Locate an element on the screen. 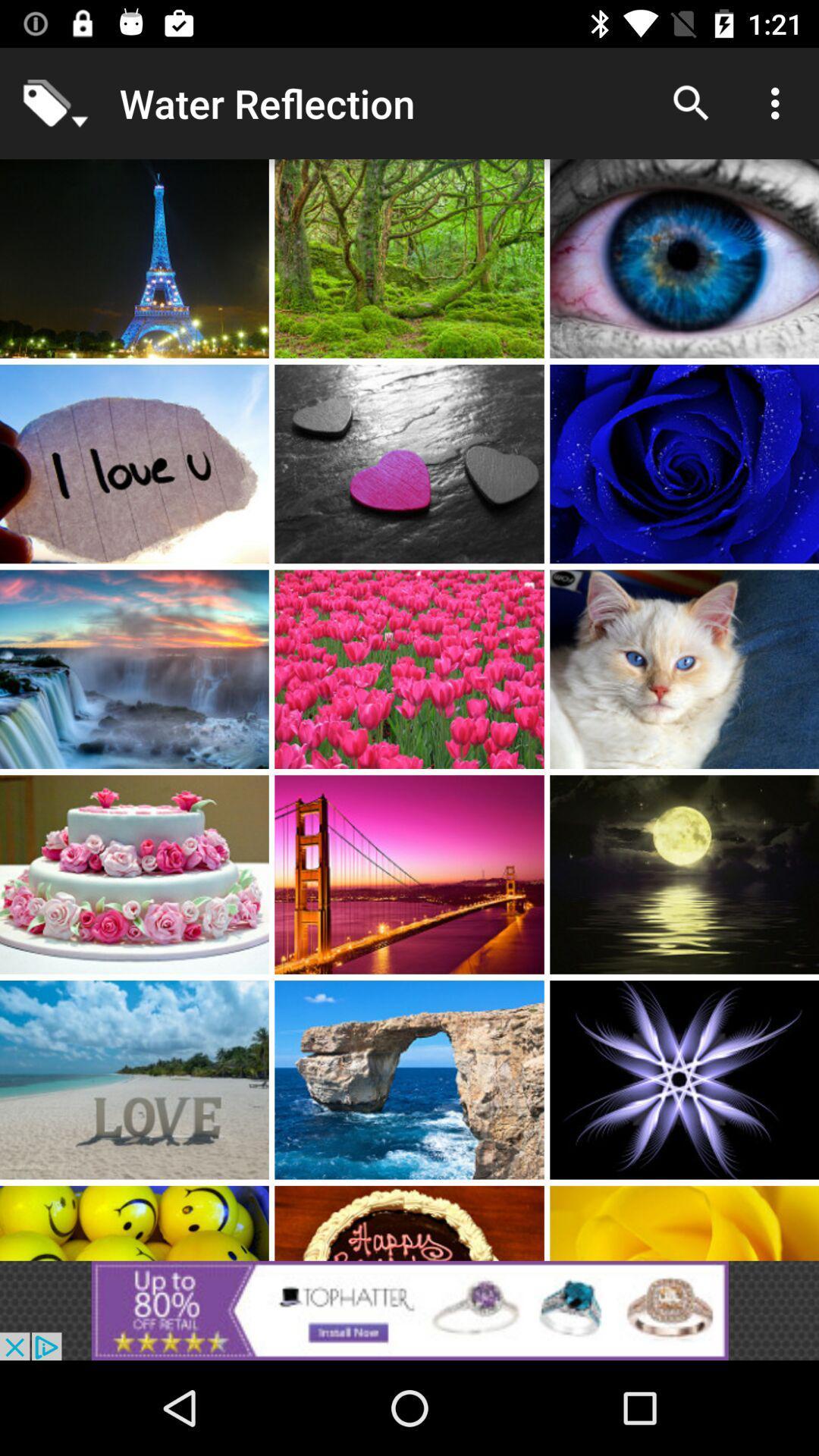 The height and width of the screenshot is (1456, 819). google advertisements is located at coordinates (409, 1310).